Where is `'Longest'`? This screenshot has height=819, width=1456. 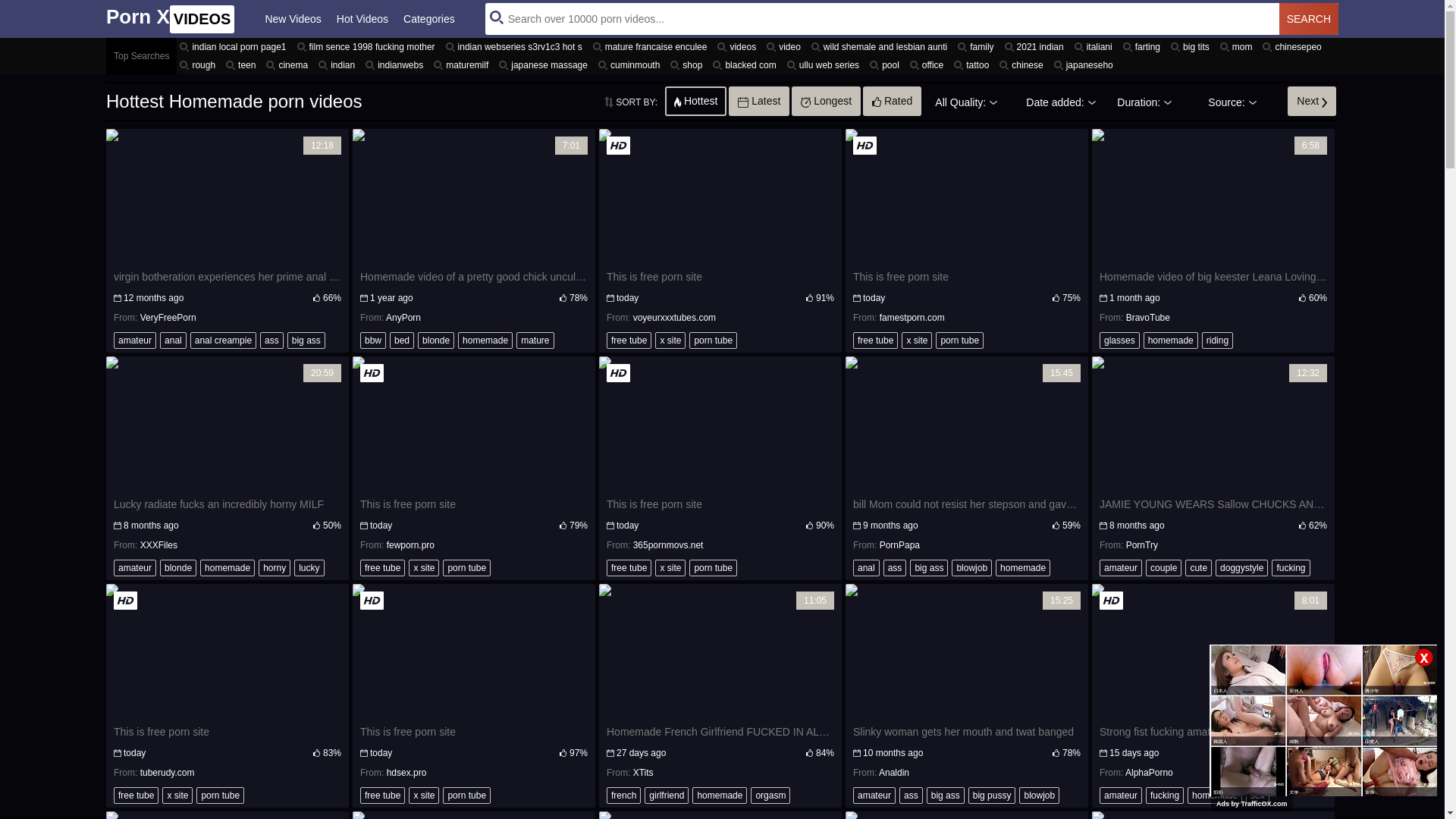
'Longest' is located at coordinates (825, 100).